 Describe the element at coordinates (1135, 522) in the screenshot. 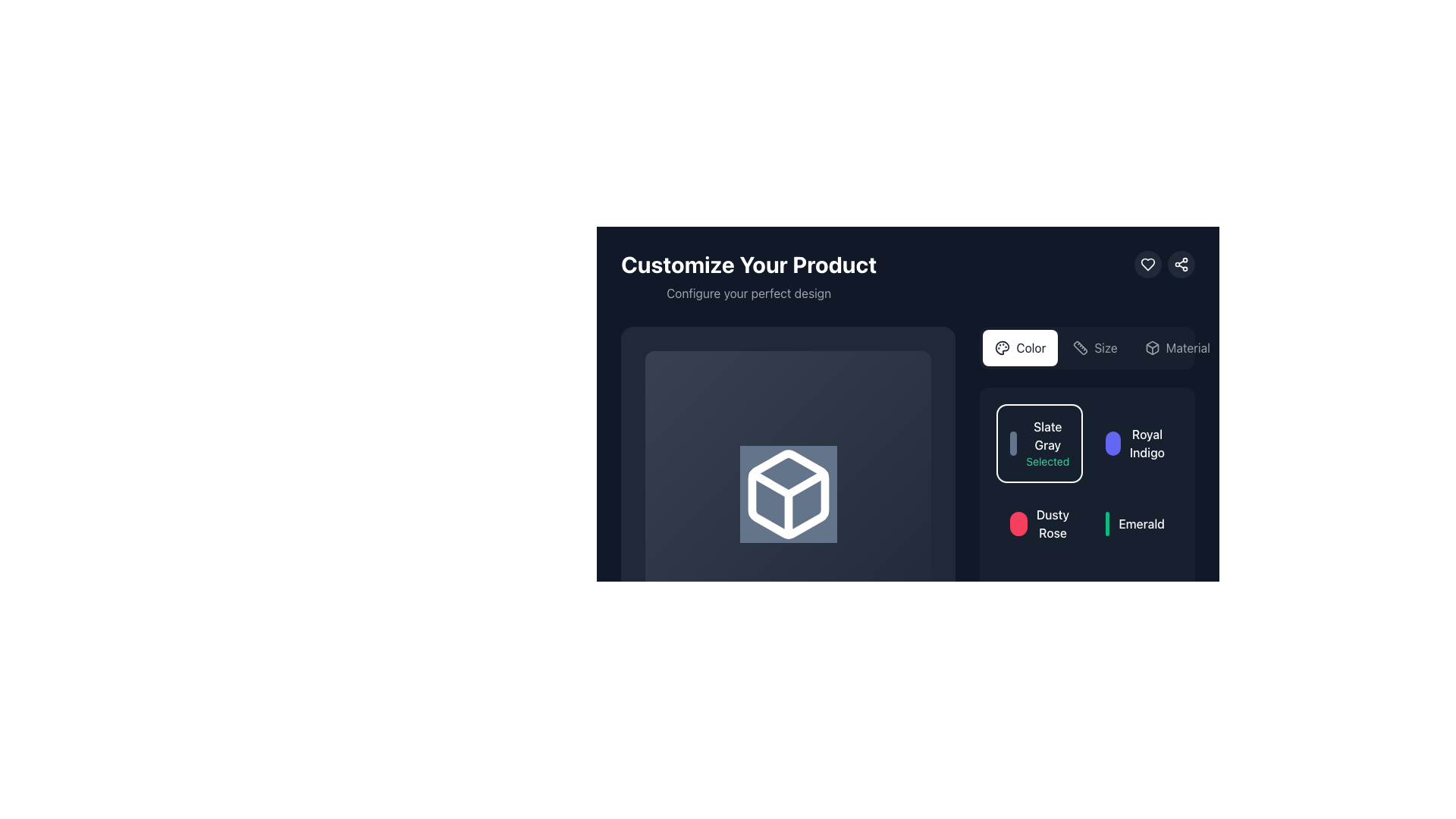

I see `the 'Emerald' selectable color option located in the right-hand panel, positioned below 'Slate Gray Selected' and above 'Dusty Rose'` at that location.